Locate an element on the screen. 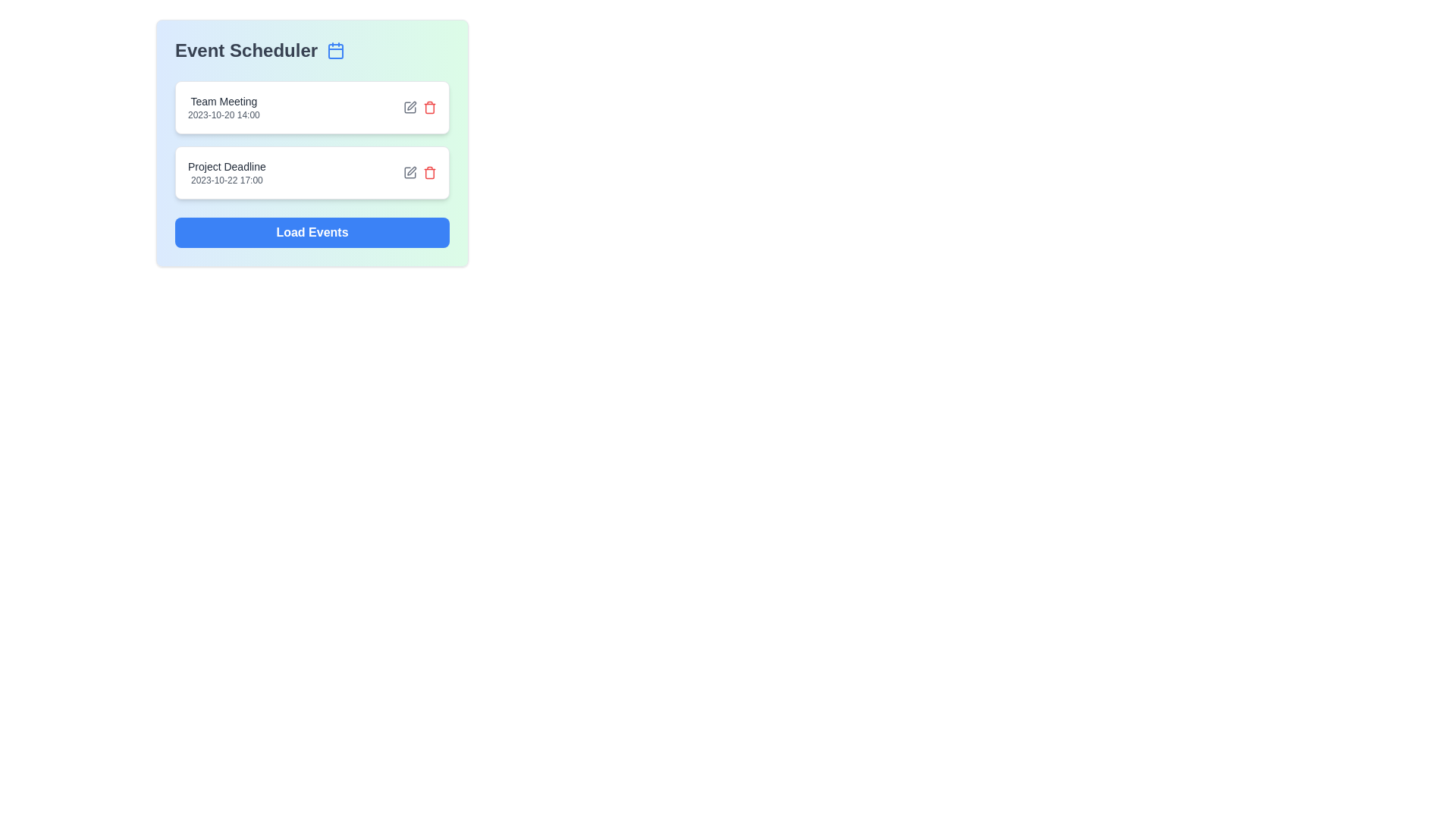 This screenshot has width=1456, height=819. the Text label that displays the name of a scheduled event, located at the top of a grouped event block is located at coordinates (223, 102).